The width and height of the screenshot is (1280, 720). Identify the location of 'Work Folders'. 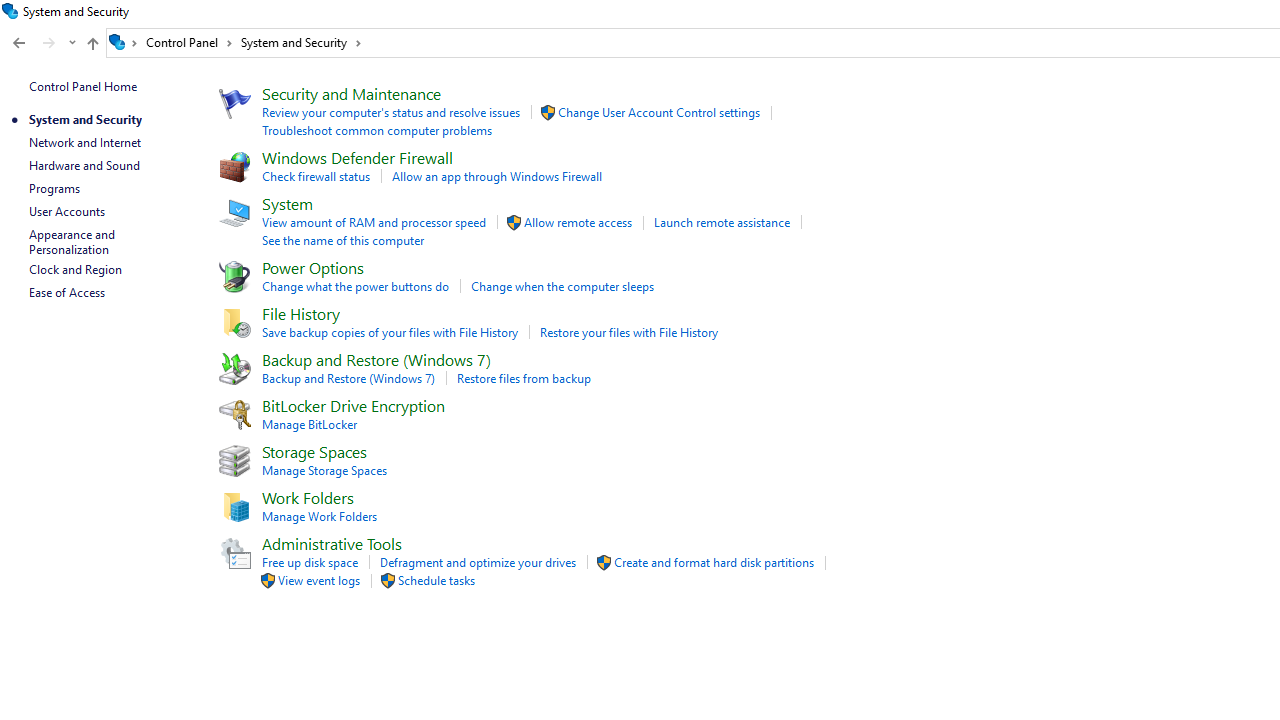
(306, 496).